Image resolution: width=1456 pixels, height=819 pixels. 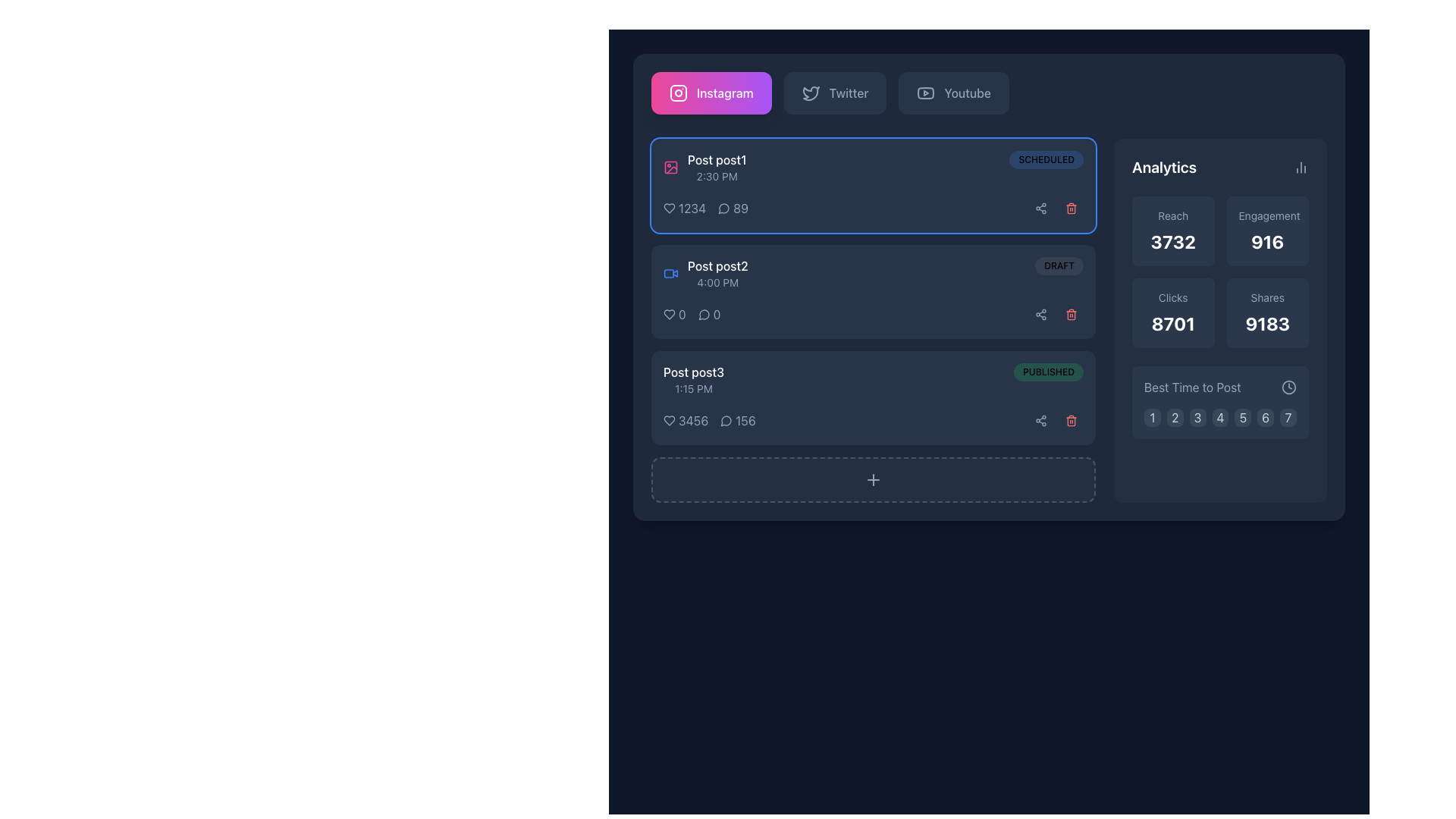 What do you see at coordinates (1267, 298) in the screenshot?
I see `the Text label that indicates the number of shares, positioned above the metric value '9183' in the analytics section of the interface` at bounding box center [1267, 298].